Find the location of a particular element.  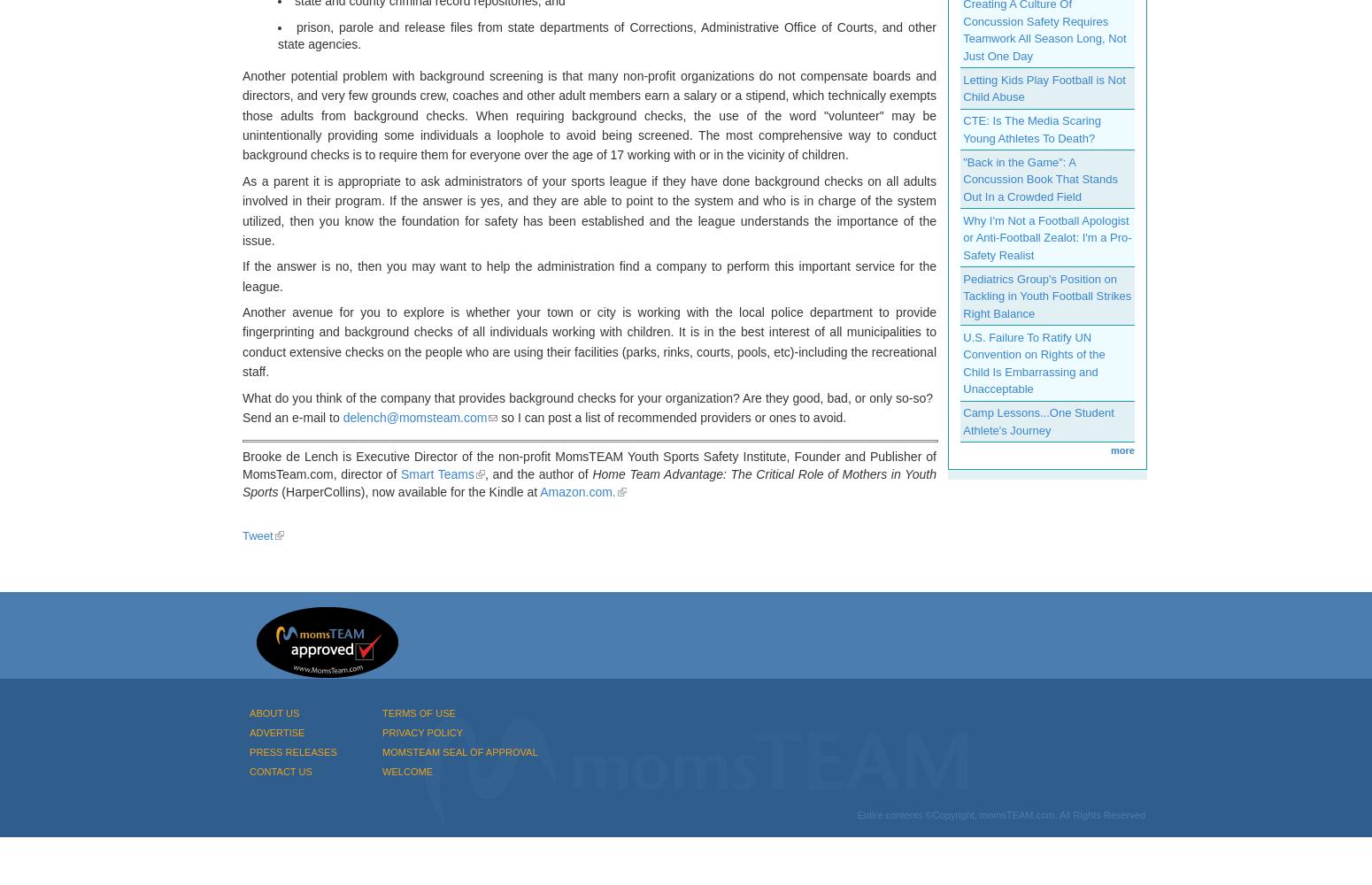

'delench@momsteam.com' is located at coordinates (342, 417).